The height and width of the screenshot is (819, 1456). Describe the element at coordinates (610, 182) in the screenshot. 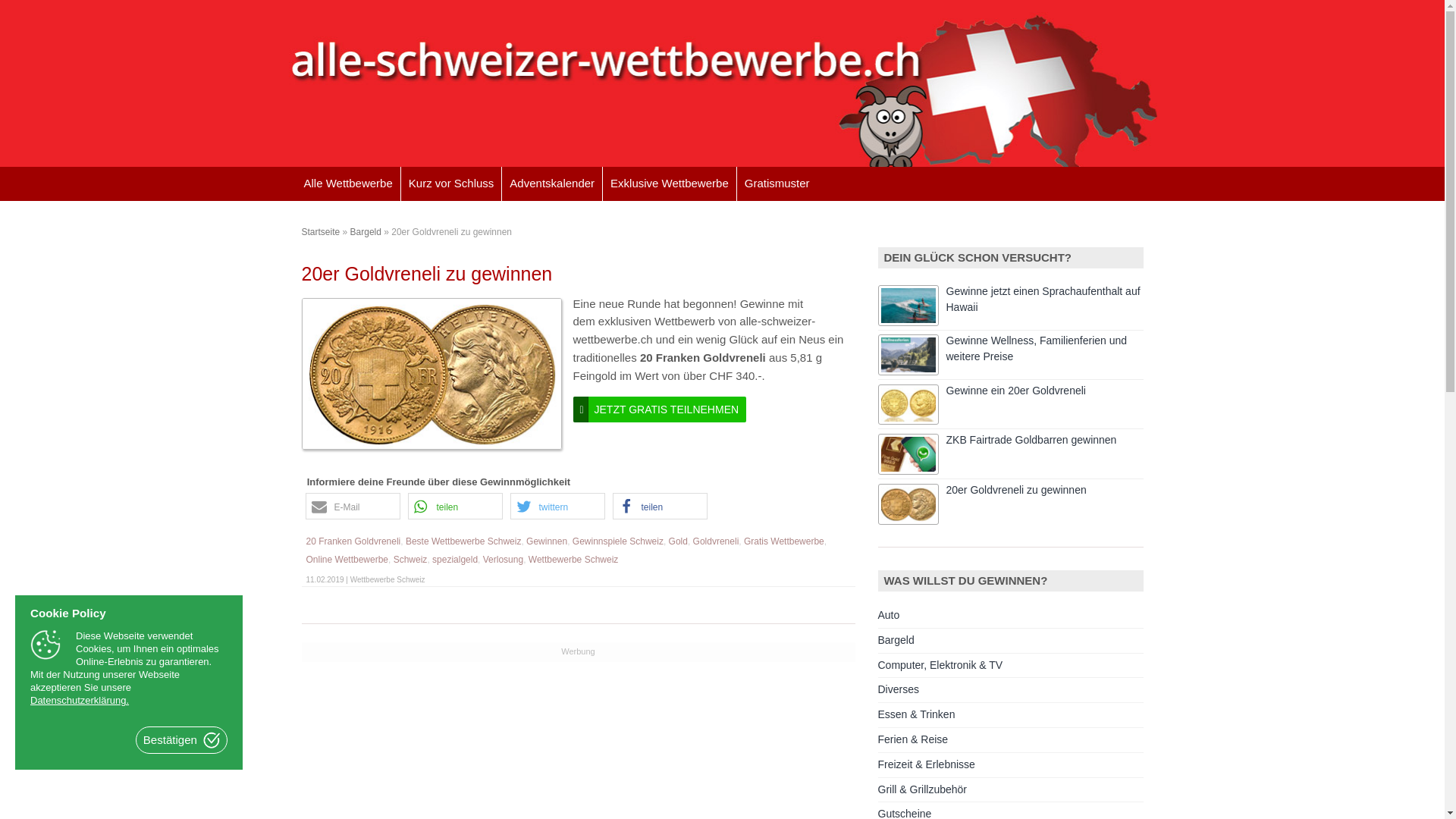

I see `'Exklusive Wettbewerbe'` at that location.